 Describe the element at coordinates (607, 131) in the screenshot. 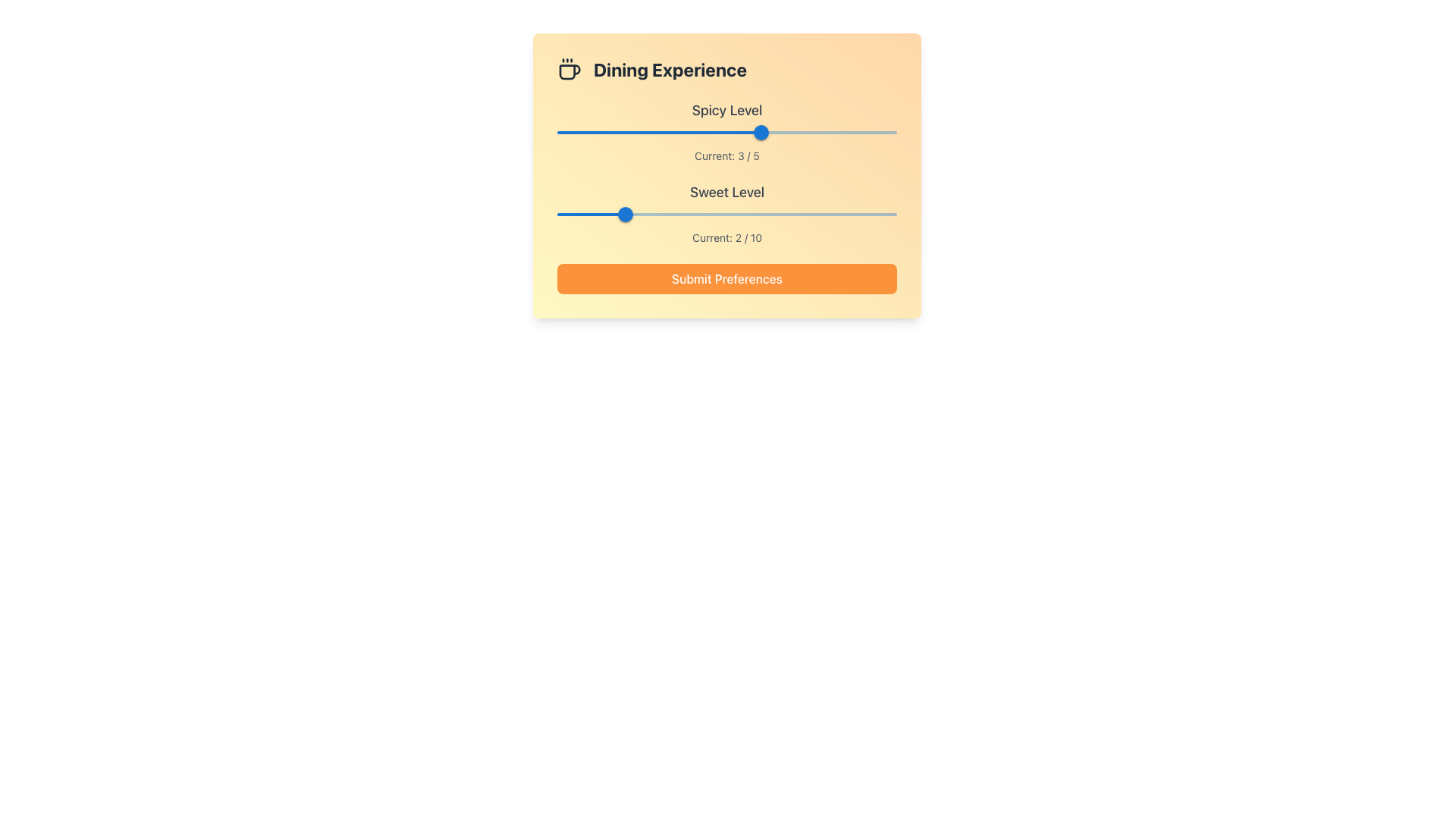

I see `the spicy level slider` at that location.